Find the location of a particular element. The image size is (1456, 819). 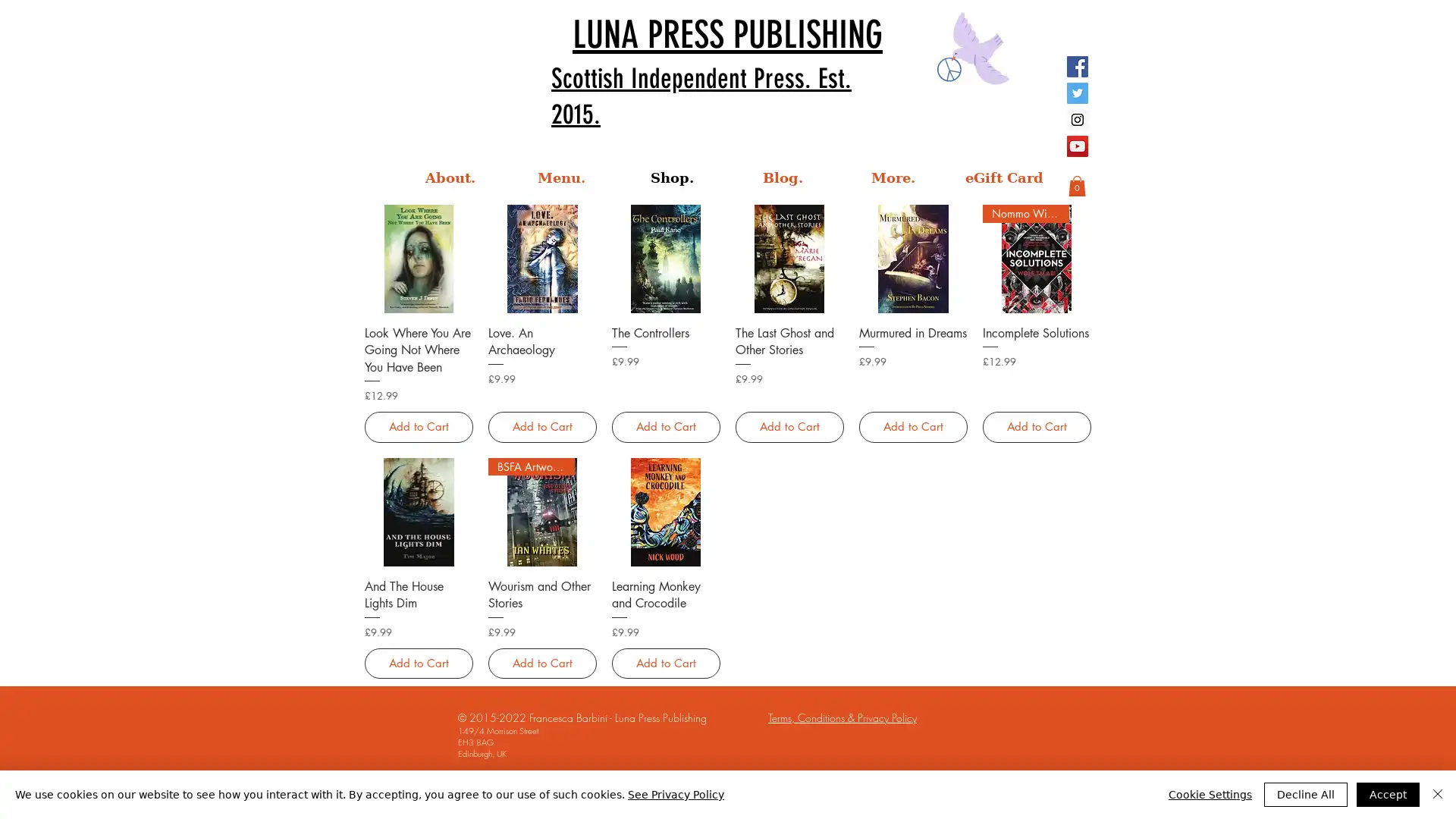

Cart with 0 items is located at coordinates (1076, 185).